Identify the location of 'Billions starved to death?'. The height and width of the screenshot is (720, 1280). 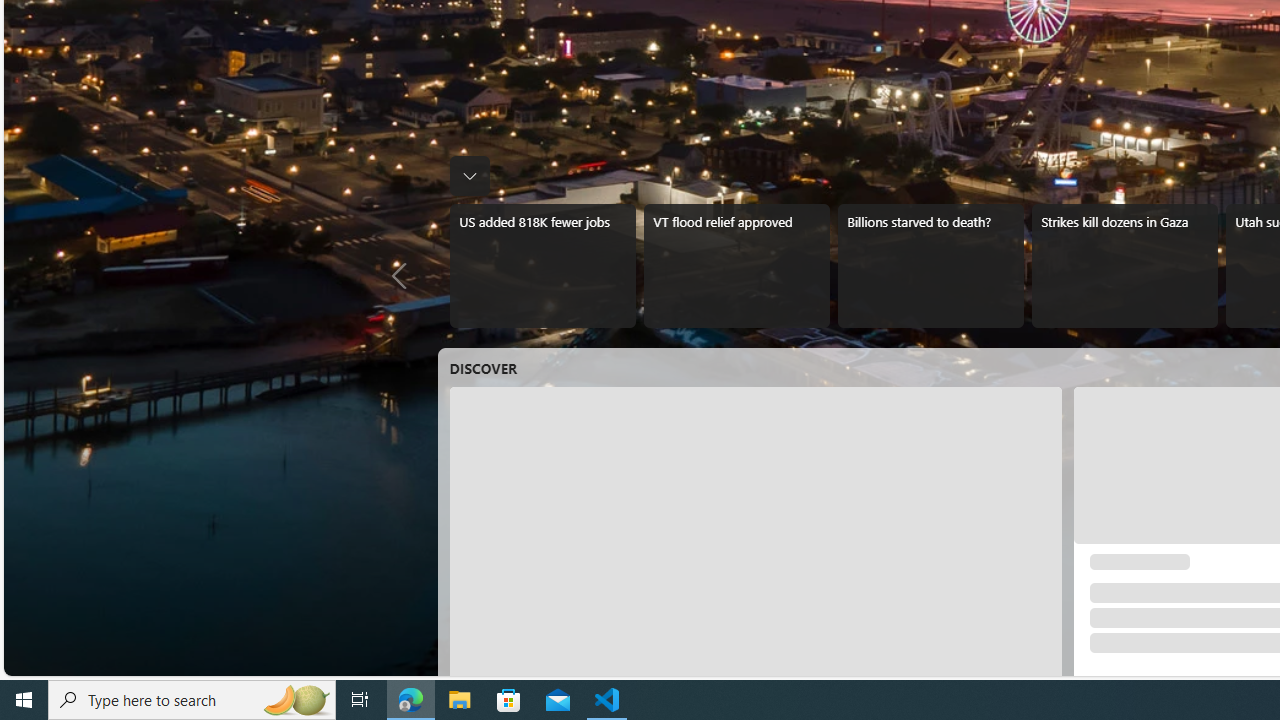
(929, 265).